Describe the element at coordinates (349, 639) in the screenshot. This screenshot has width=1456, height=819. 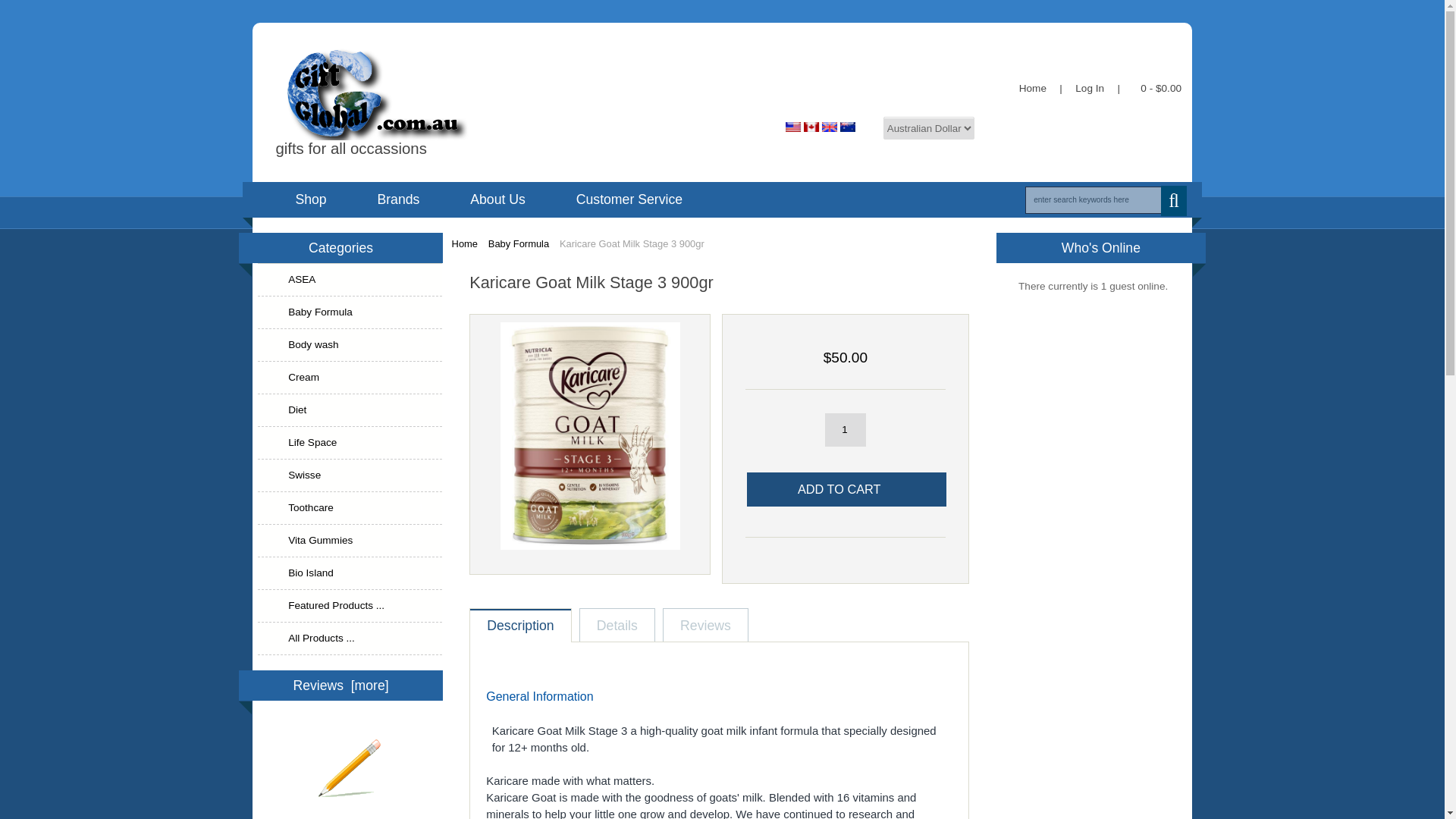
I see `'All Products ...'` at that location.